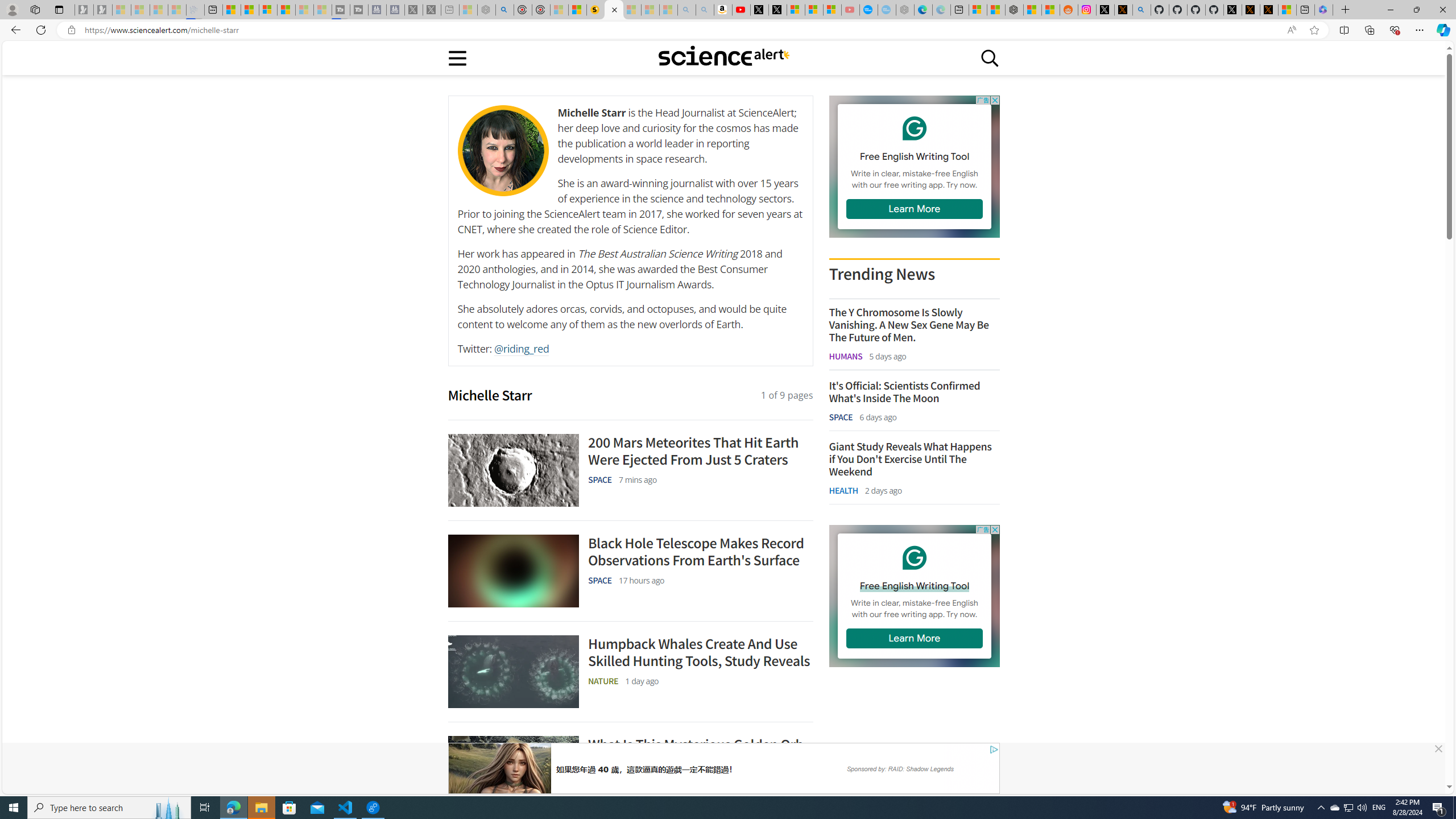 This screenshot has height=819, width=1456. What do you see at coordinates (723, 57) in the screenshot?
I see `'ScienceAlert homepage'` at bounding box center [723, 57].